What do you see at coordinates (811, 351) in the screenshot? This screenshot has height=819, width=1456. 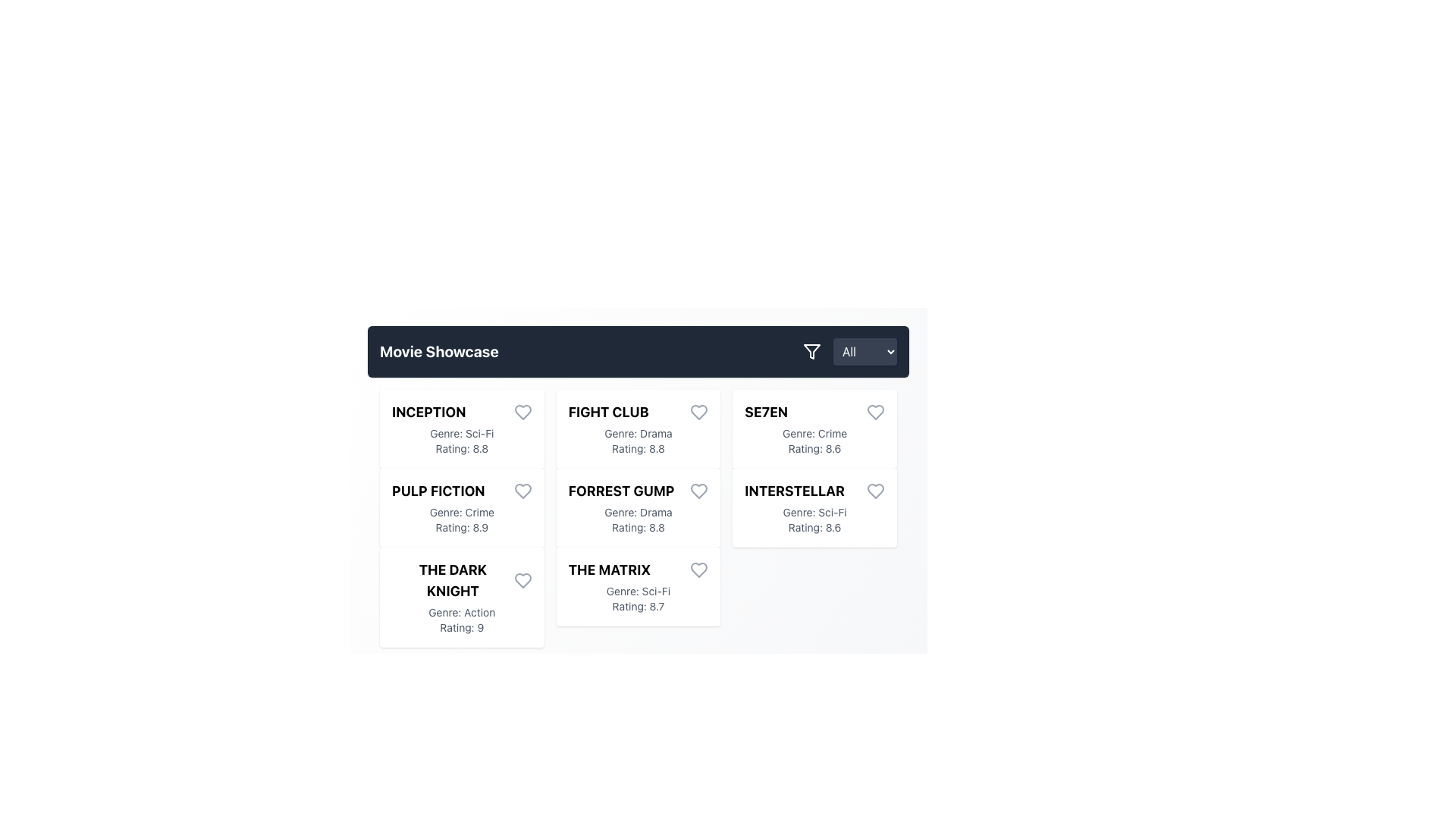 I see `the center of the filter icon, which is a triangular, funnel-like icon located in the toolbar at the top right side of the interface` at bounding box center [811, 351].